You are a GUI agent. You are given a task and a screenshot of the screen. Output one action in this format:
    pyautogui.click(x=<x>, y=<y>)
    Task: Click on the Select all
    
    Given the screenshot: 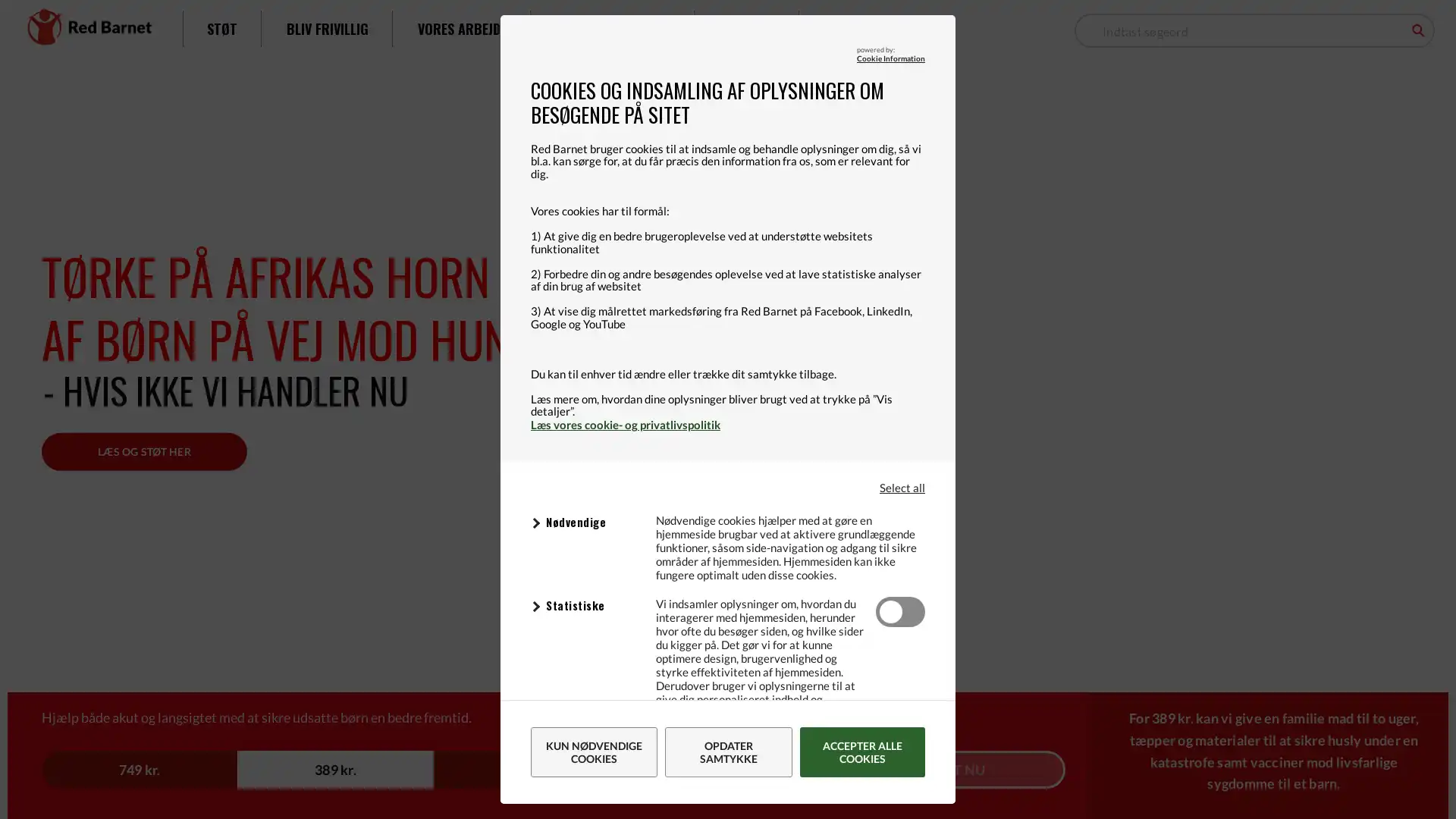 What is the action you would take?
    pyautogui.click(x=902, y=486)
    